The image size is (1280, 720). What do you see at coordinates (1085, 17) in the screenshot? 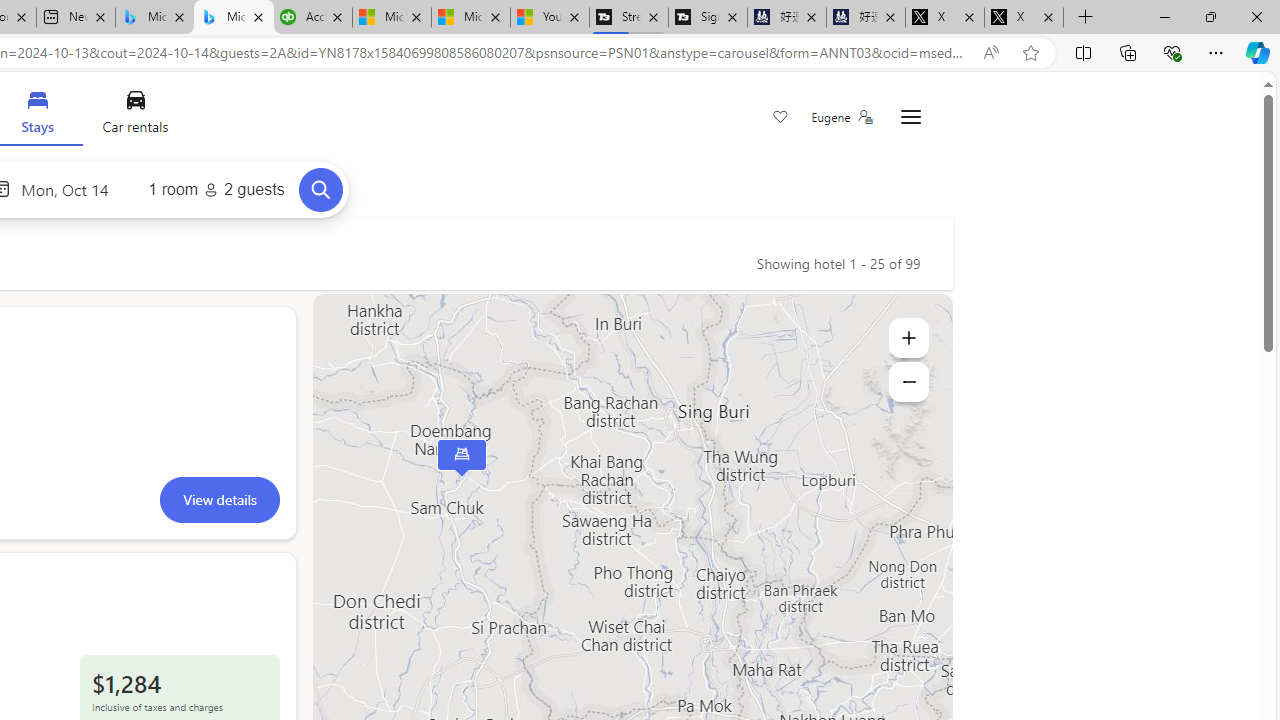
I see `'New Tab'` at bounding box center [1085, 17].